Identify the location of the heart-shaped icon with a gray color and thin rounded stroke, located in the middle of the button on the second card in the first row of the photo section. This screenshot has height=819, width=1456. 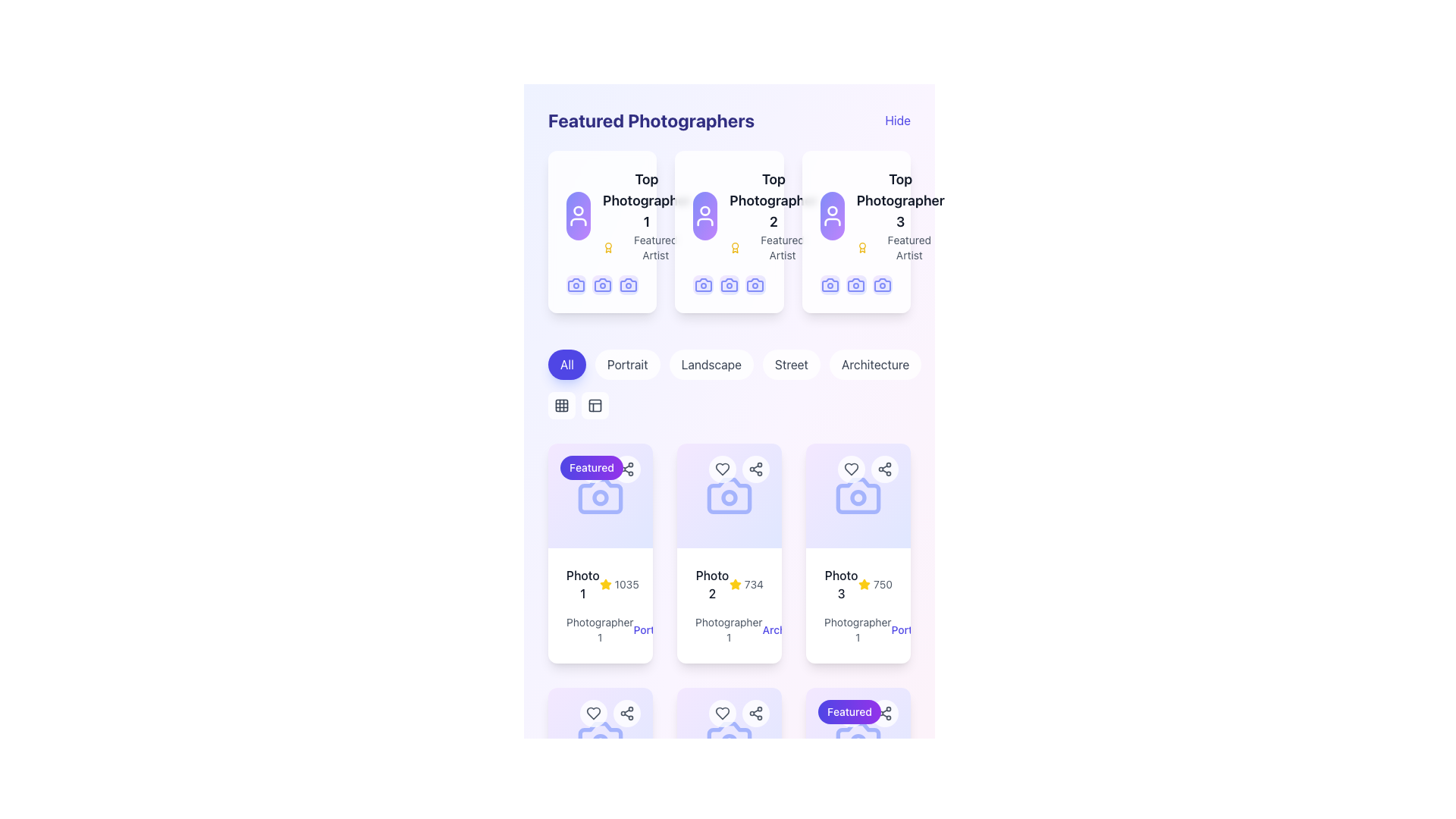
(722, 468).